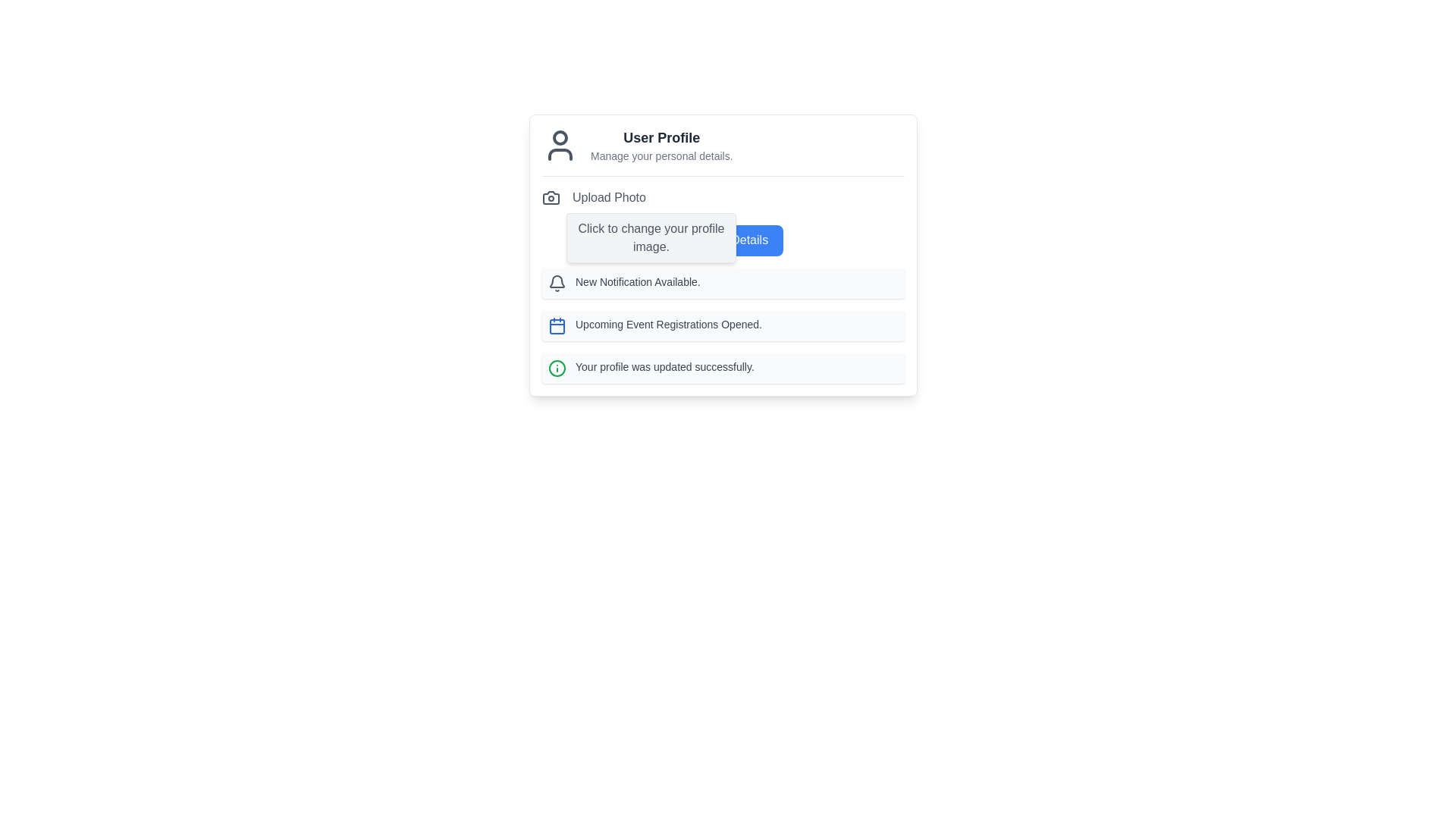 This screenshot has height=819, width=1456. What do you see at coordinates (638, 283) in the screenshot?
I see `notification message displayed in the central text label of the notification card, located adjacent to the left-aligned bell icon` at bounding box center [638, 283].